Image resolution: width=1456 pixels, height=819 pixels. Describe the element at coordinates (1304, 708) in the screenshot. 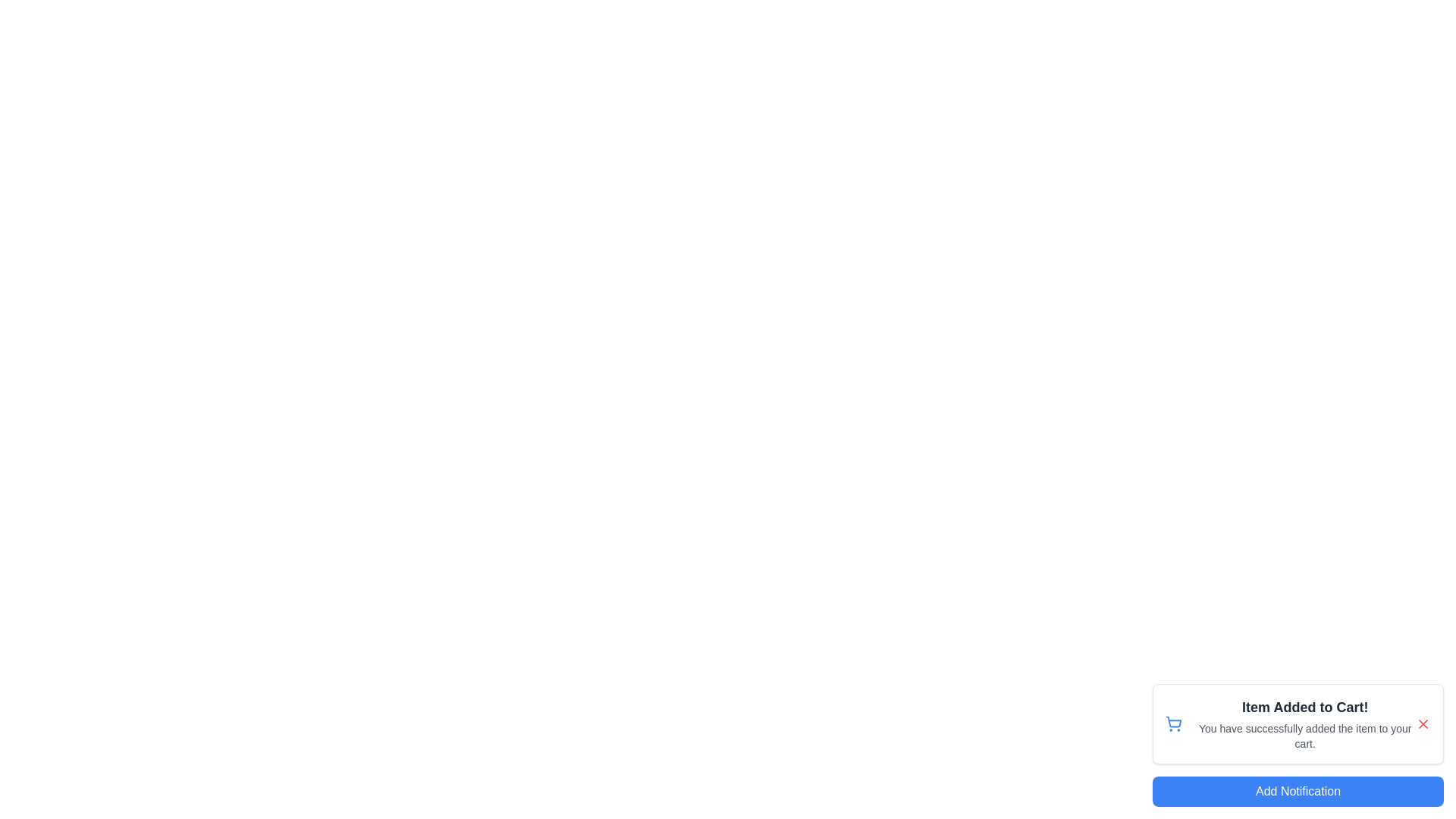

I see `the bold, larger-sized dark gray text label that reads 'Item Added to Cart!' located at the top center of the notification card` at that location.